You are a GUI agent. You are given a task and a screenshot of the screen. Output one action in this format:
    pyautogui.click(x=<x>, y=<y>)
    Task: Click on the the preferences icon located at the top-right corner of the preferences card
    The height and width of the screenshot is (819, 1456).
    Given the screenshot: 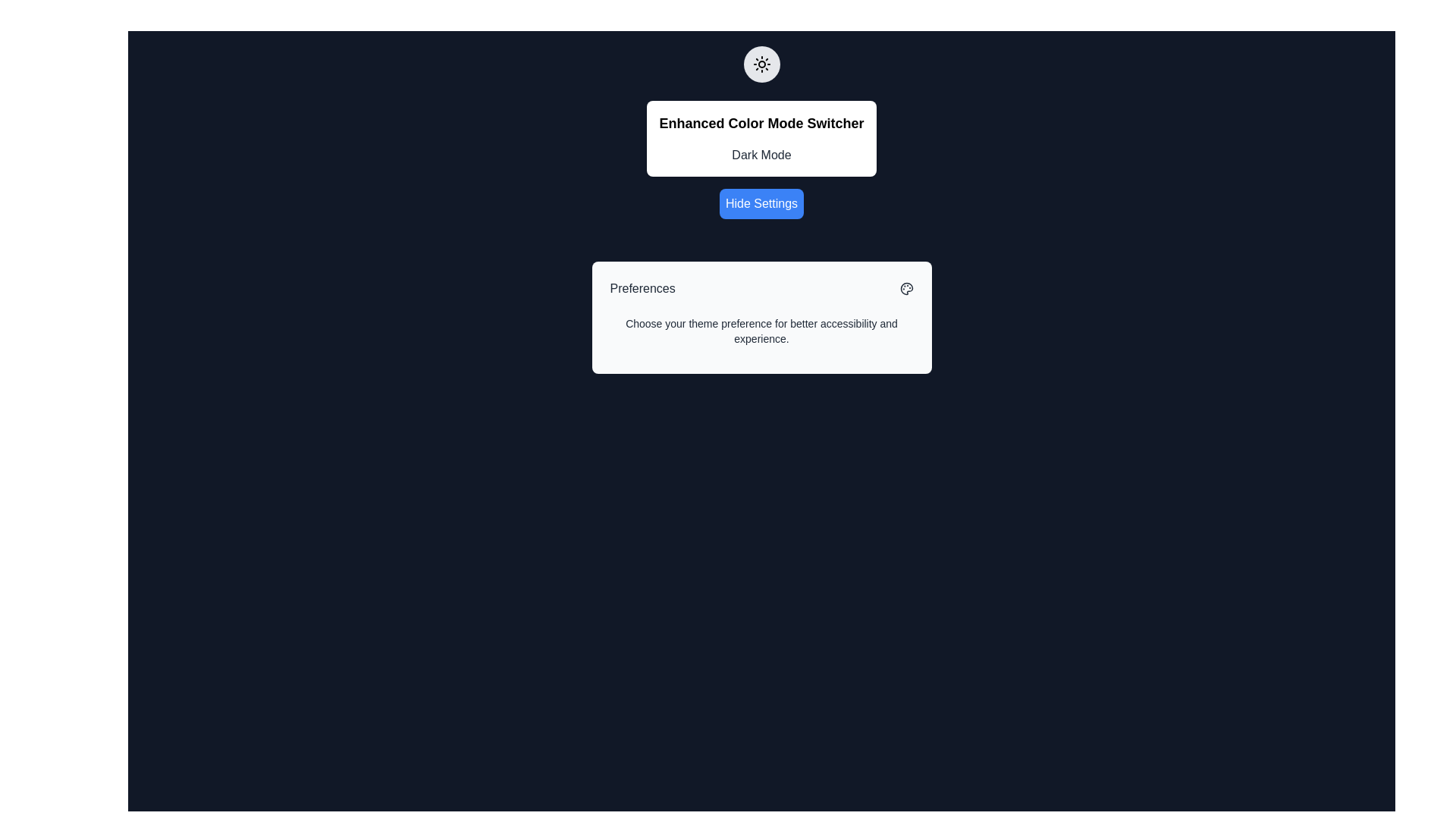 What is the action you would take?
    pyautogui.click(x=906, y=289)
    